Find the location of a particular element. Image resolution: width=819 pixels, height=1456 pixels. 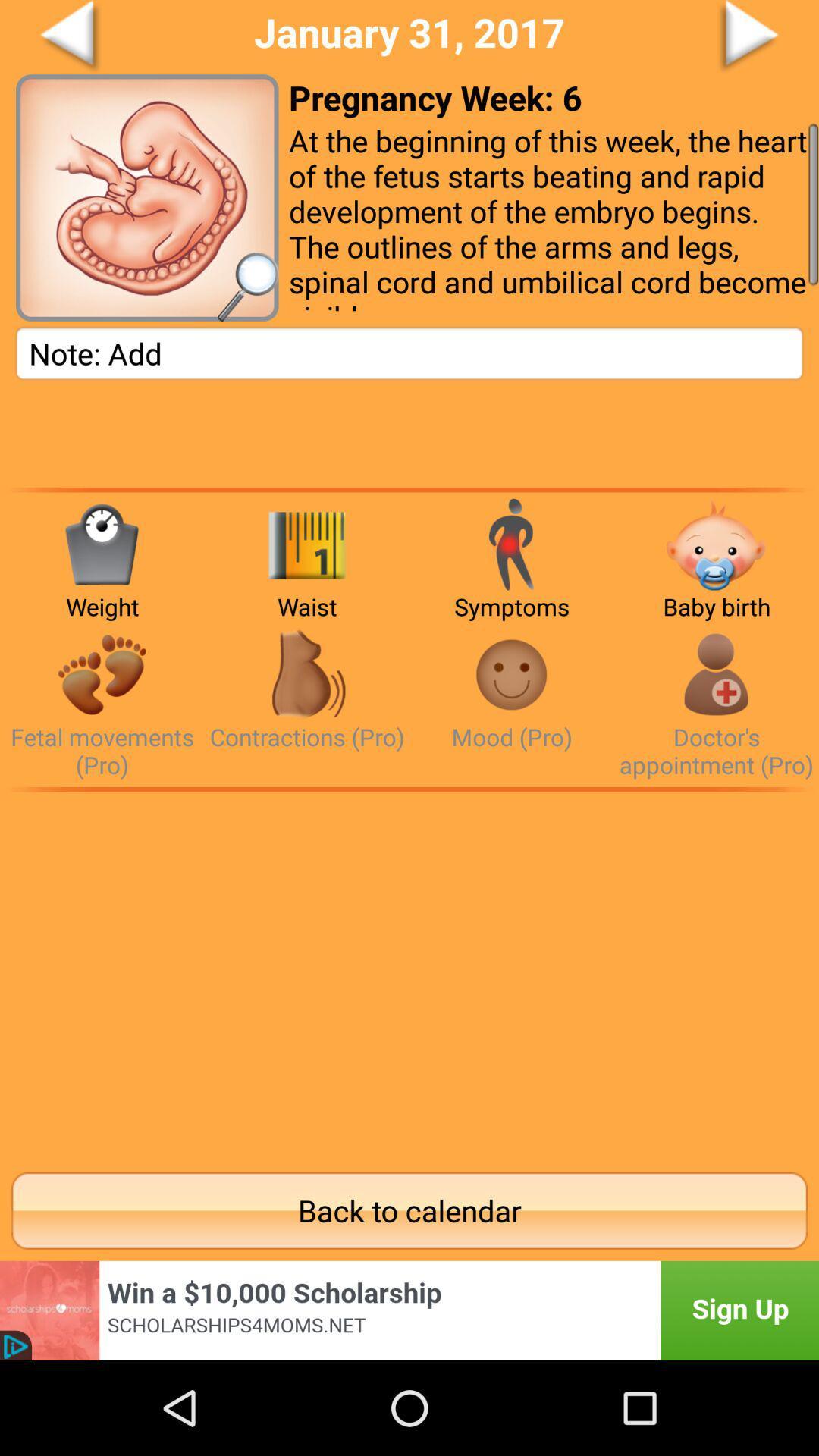

advertising is located at coordinates (409, 1310).